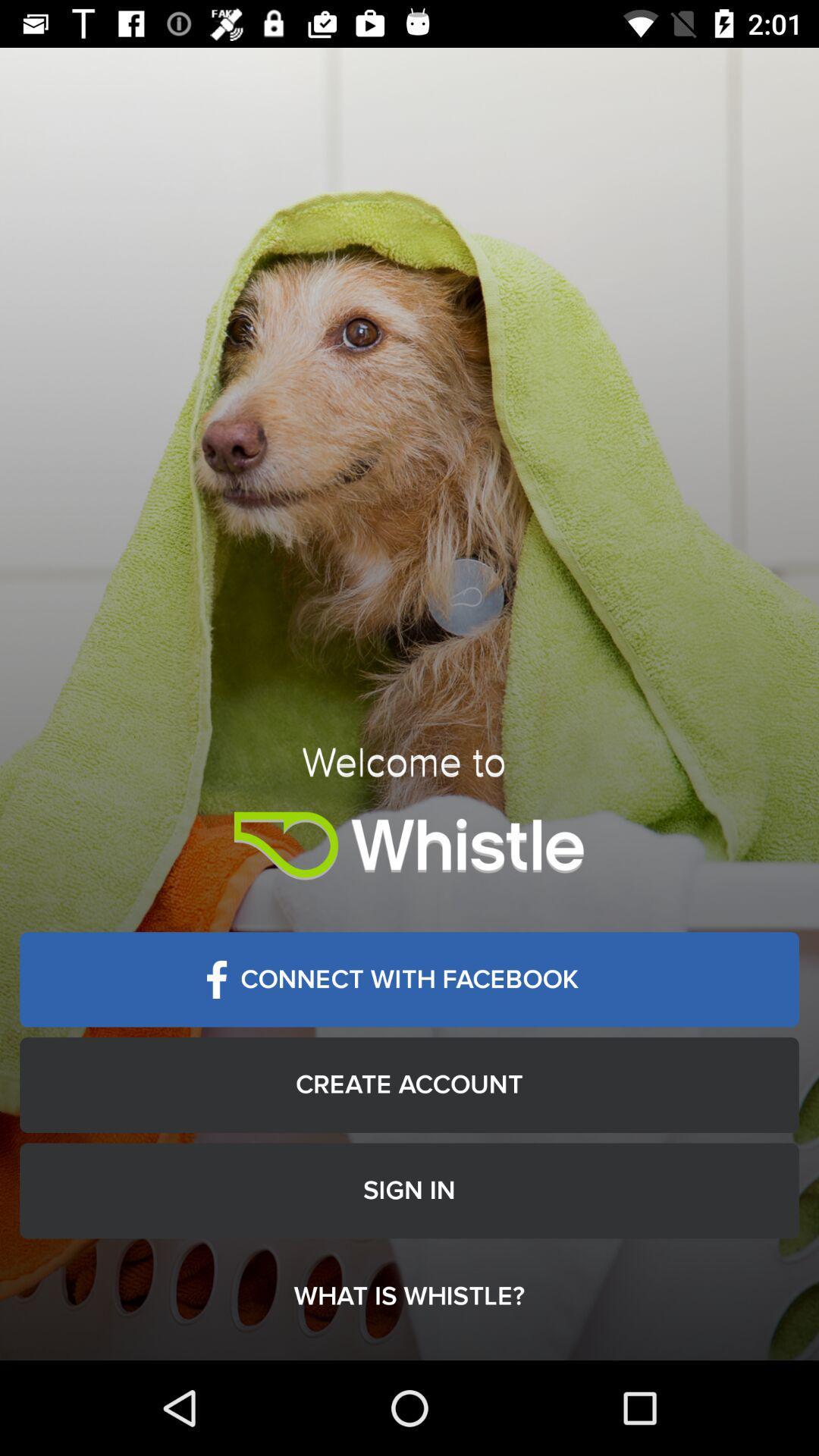 This screenshot has height=1456, width=819. Describe the element at coordinates (409, 1084) in the screenshot. I see `create account` at that location.